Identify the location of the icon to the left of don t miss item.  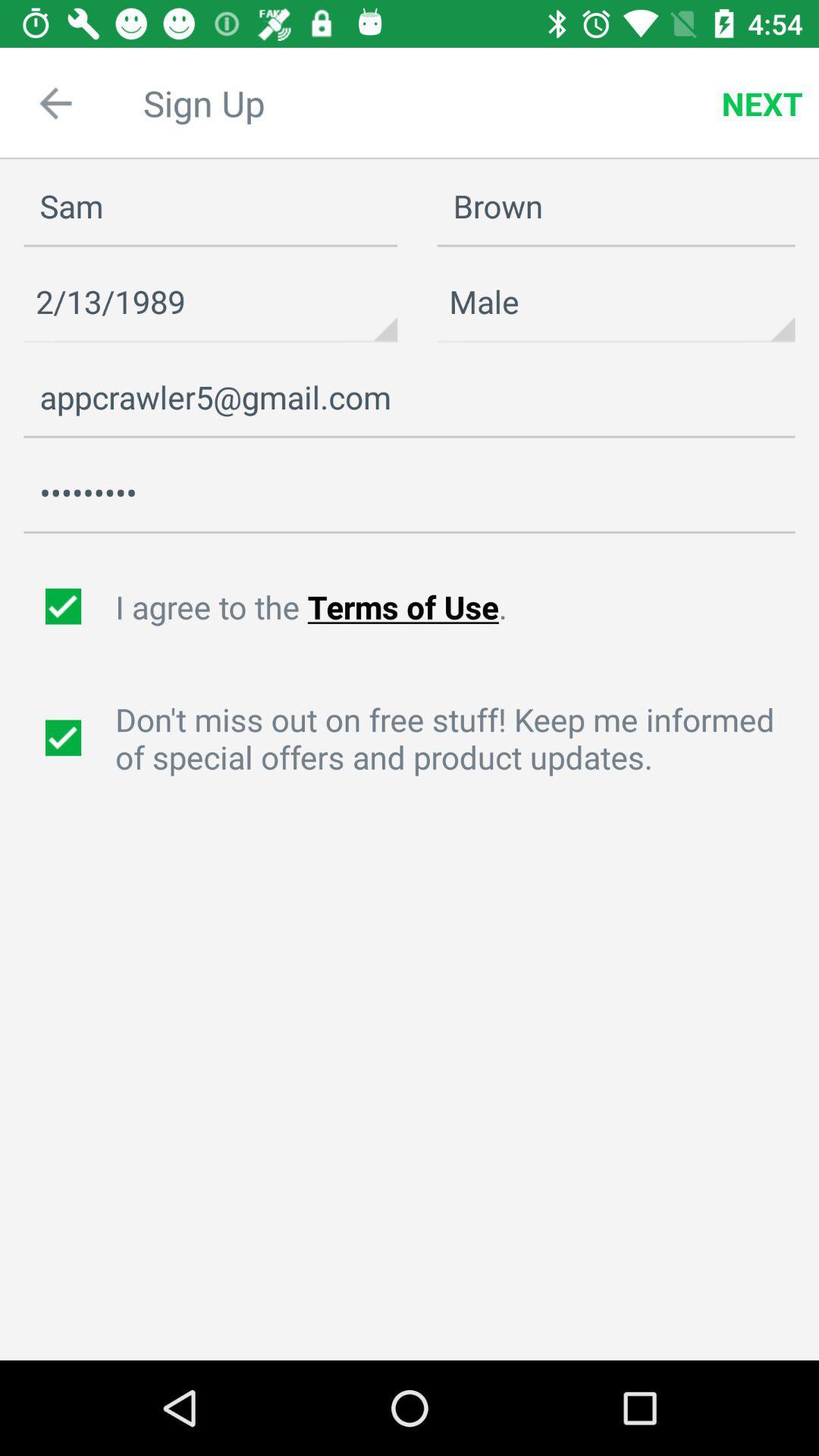
(64, 738).